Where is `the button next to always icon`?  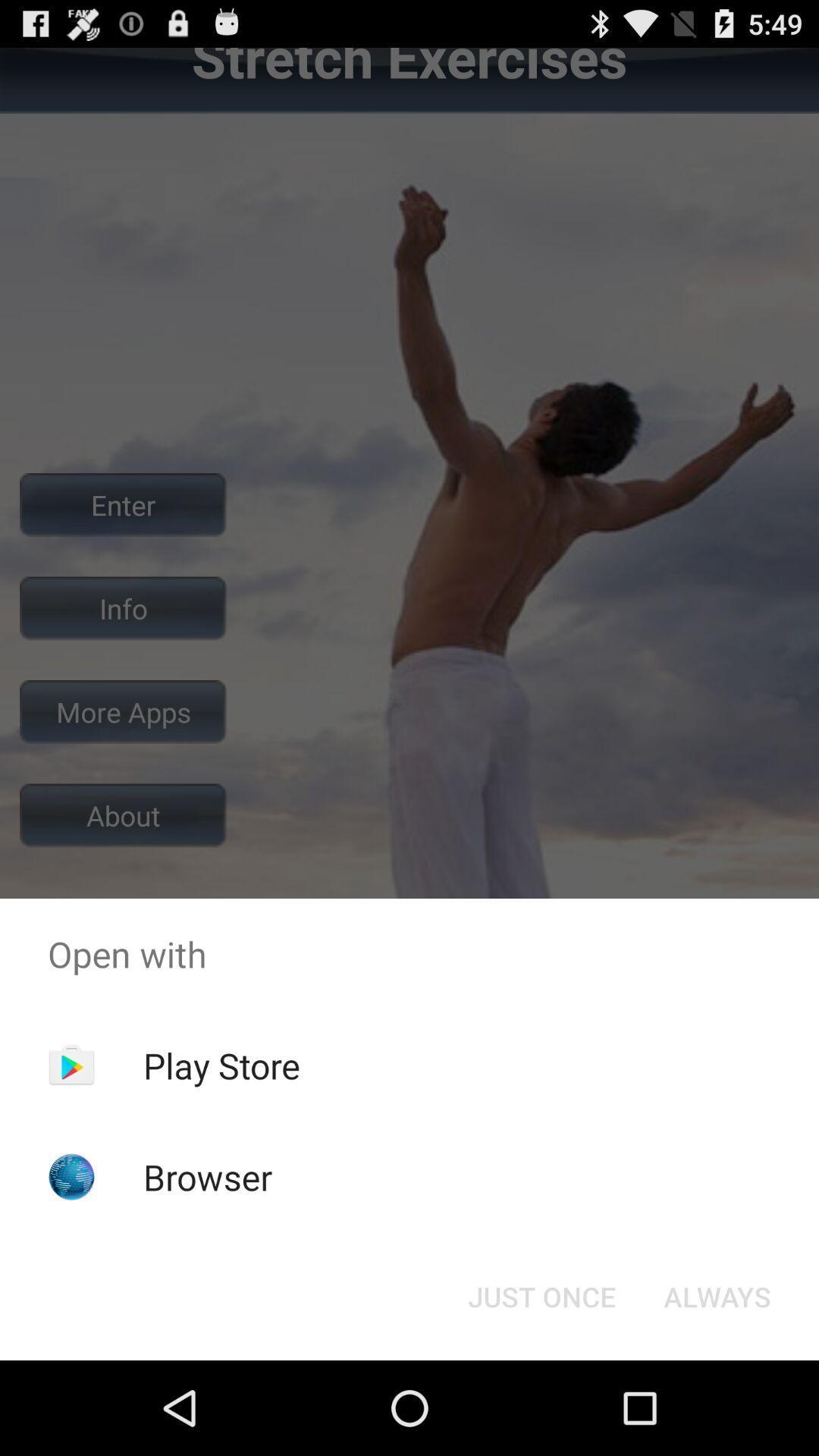 the button next to always icon is located at coordinates (541, 1295).